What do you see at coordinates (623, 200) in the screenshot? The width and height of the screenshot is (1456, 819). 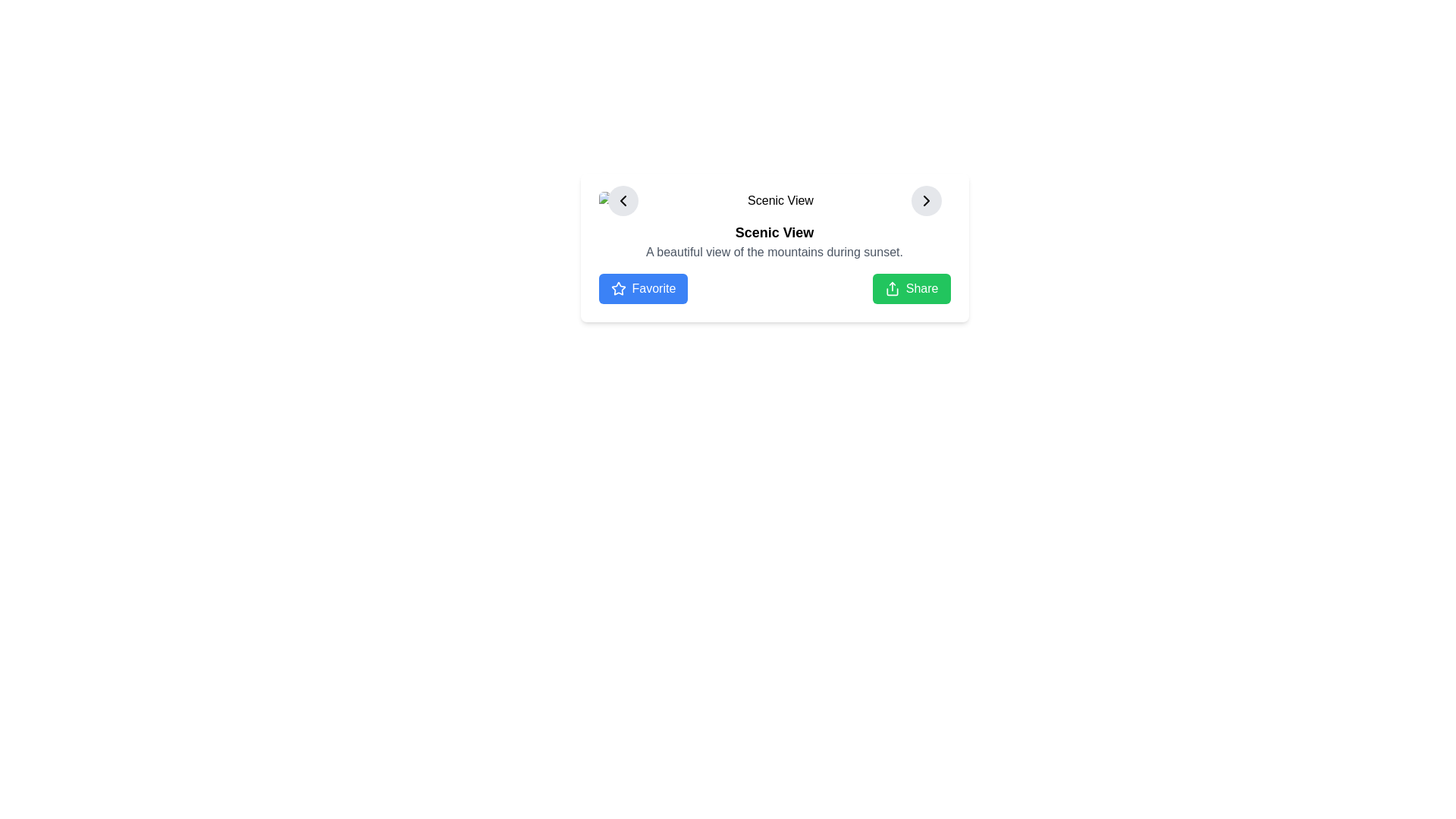 I see `the chevron icon located in the top-left corner of the card element` at bounding box center [623, 200].